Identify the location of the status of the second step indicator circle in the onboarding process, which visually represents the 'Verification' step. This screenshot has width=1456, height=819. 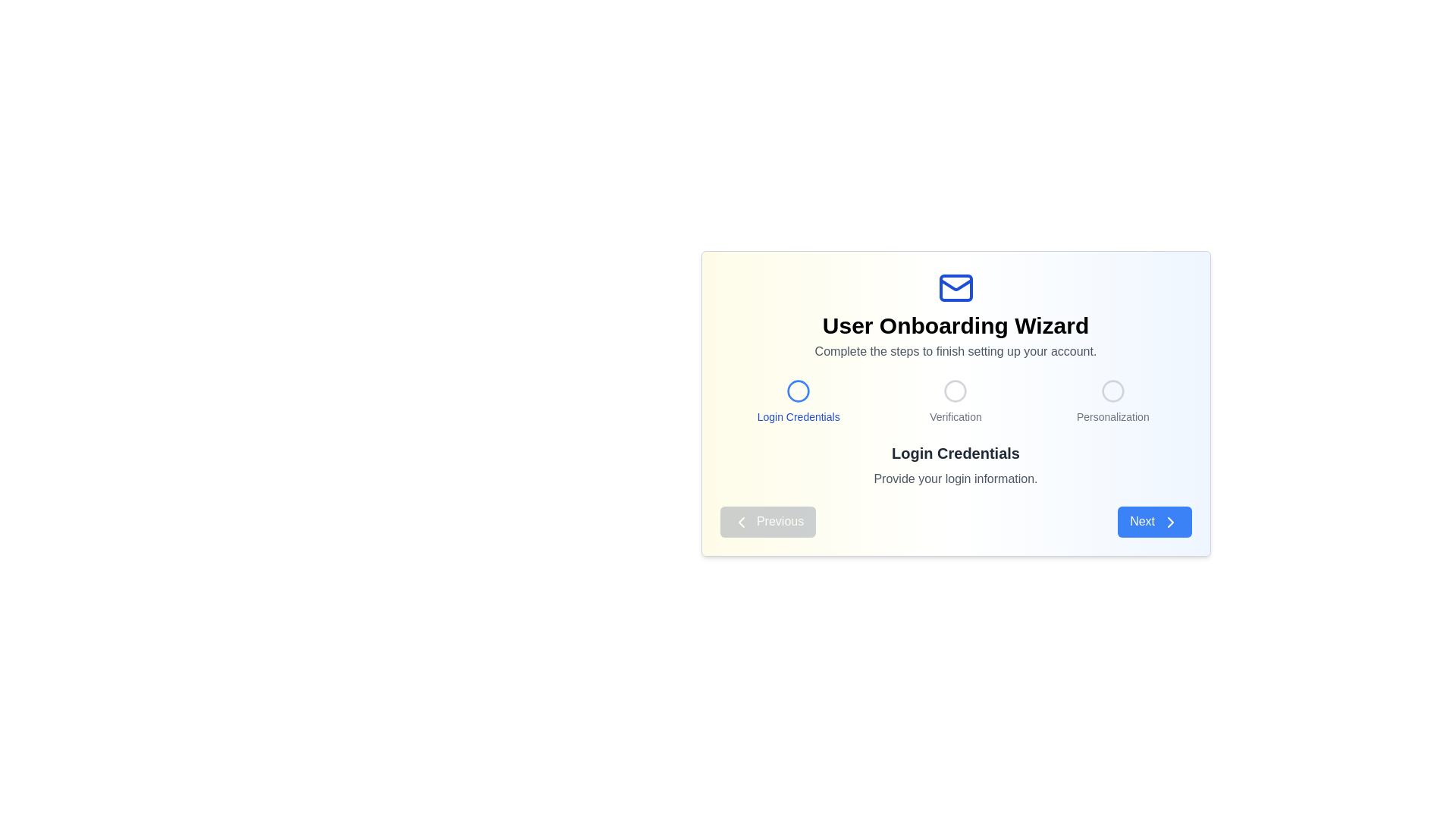
(955, 391).